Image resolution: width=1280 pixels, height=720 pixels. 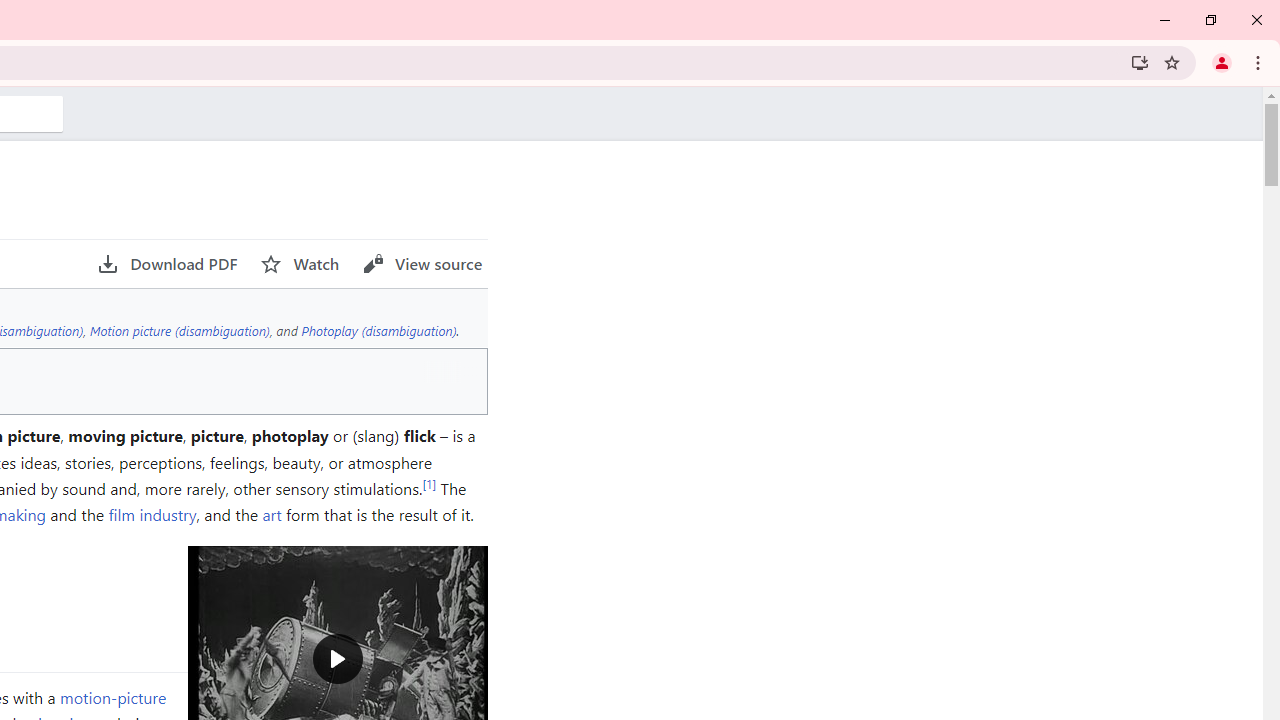 I want to click on 'Motion picture (disambiguation)', so click(x=179, y=329).